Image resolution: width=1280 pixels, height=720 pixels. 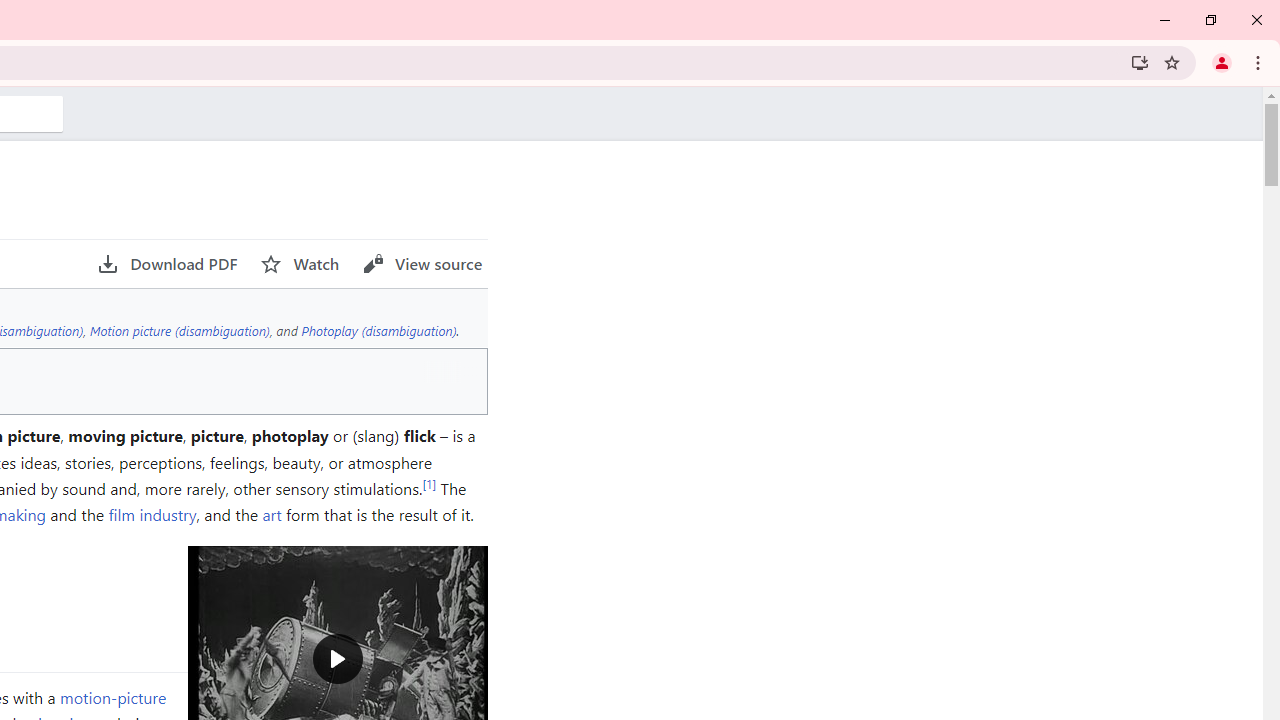 I want to click on 'Motion picture (disambiguation)', so click(x=179, y=329).